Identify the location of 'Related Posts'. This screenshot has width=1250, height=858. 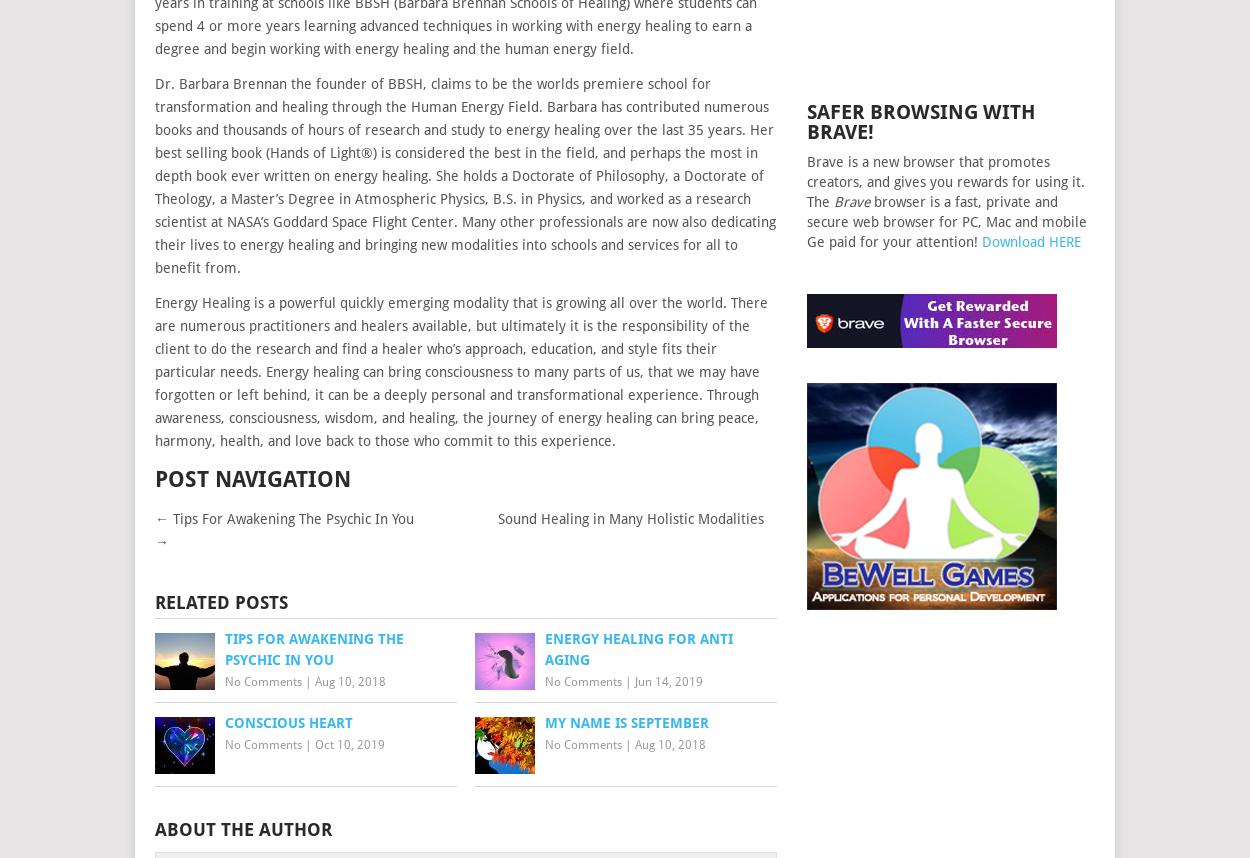
(220, 601).